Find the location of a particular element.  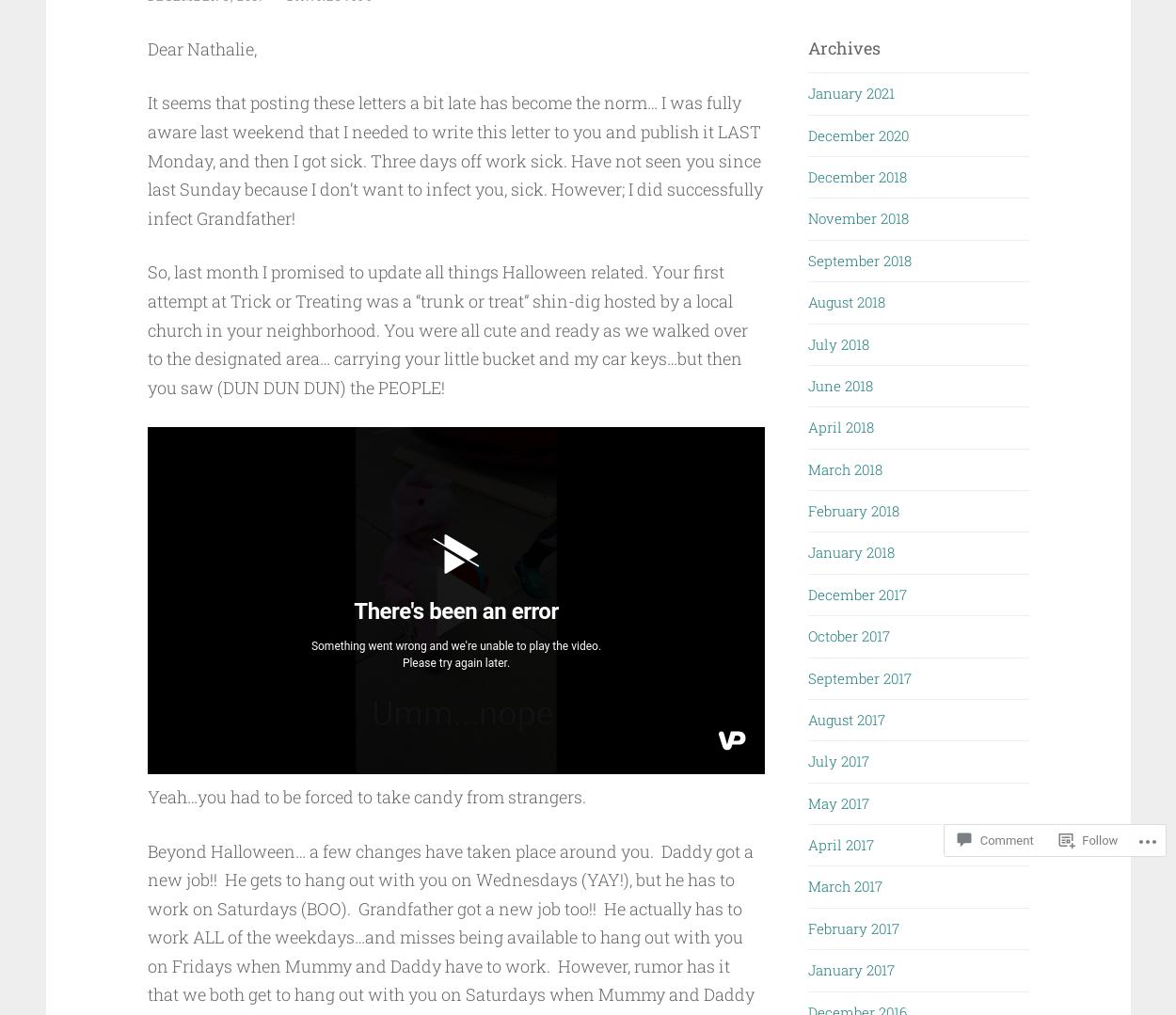

'Archives' is located at coordinates (844, 45).